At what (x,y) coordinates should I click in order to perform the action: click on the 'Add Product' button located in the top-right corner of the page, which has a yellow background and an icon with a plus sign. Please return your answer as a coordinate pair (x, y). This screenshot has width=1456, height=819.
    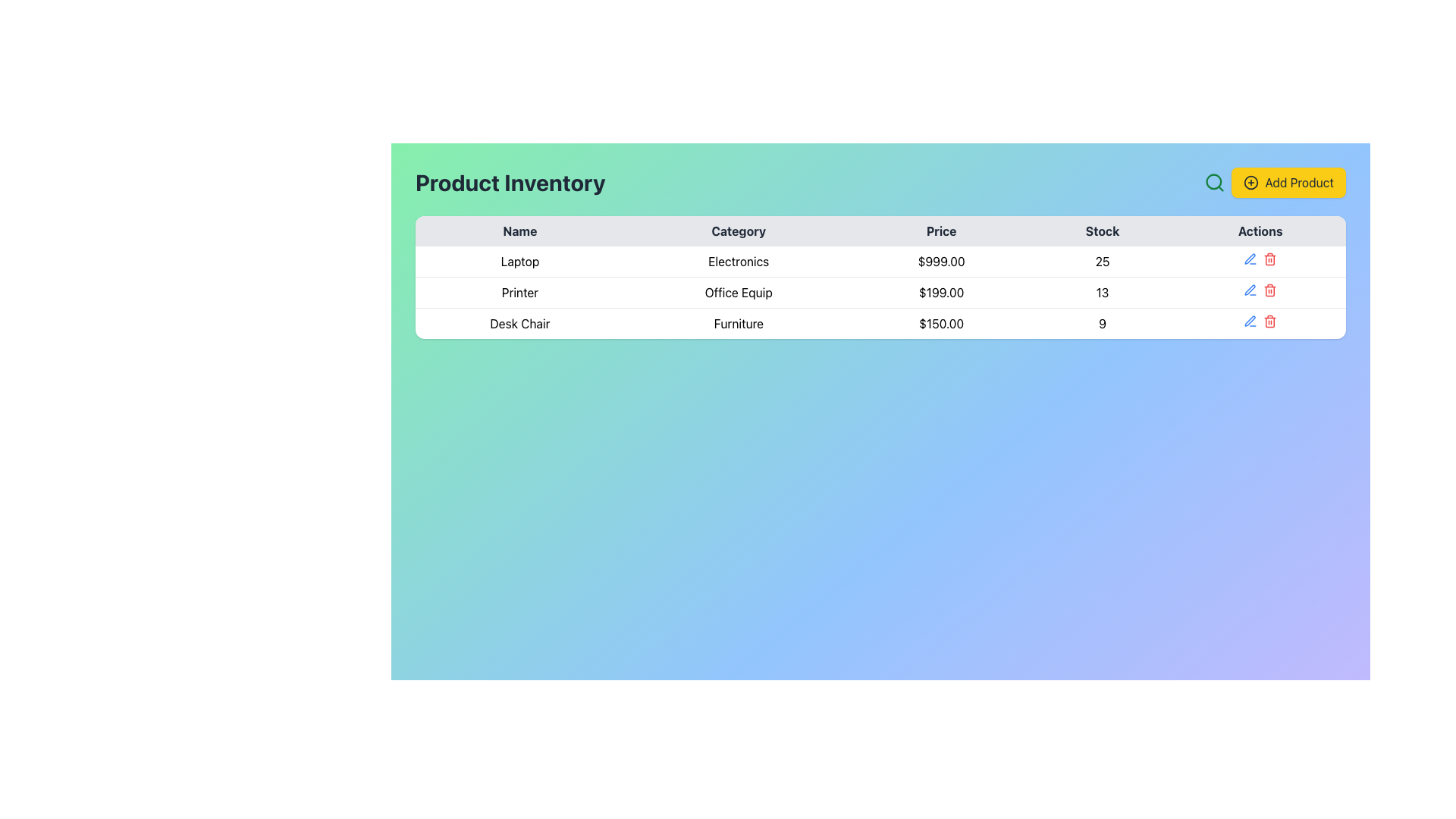
    Looking at the image, I should click on (1274, 181).